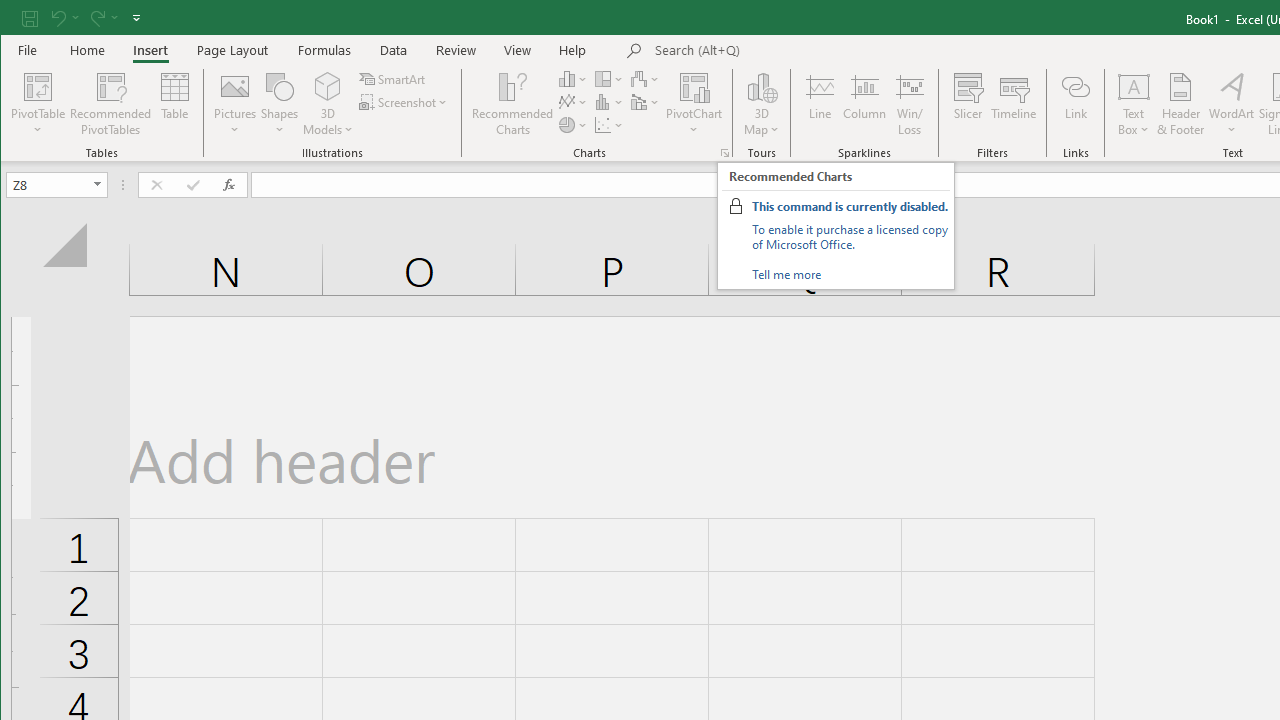 The image size is (1280, 720). What do you see at coordinates (328, 85) in the screenshot?
I see `'3D Models'` at bounding box center [328, 85].